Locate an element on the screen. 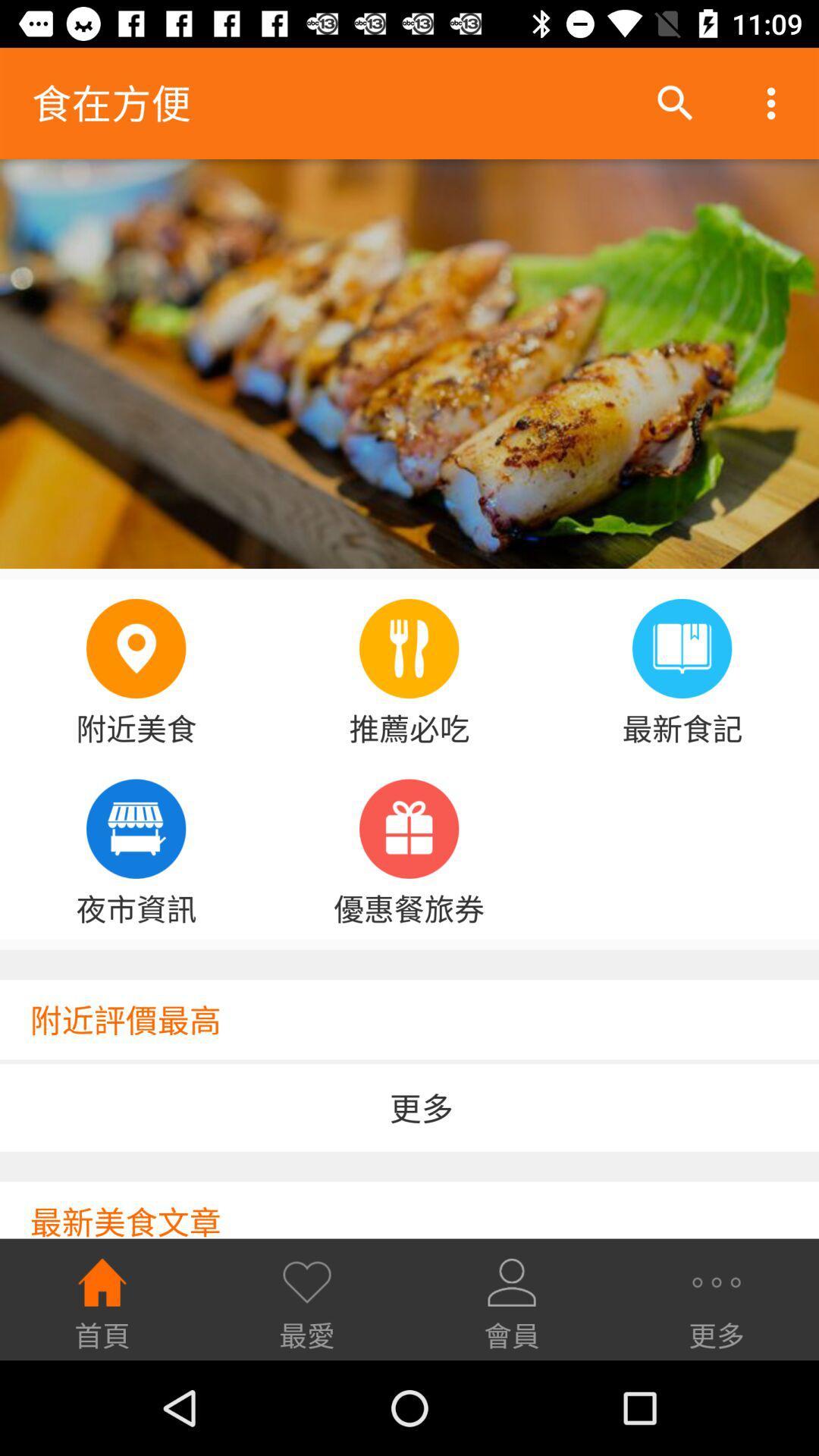  the search icon is located at coordinates (675, 103).